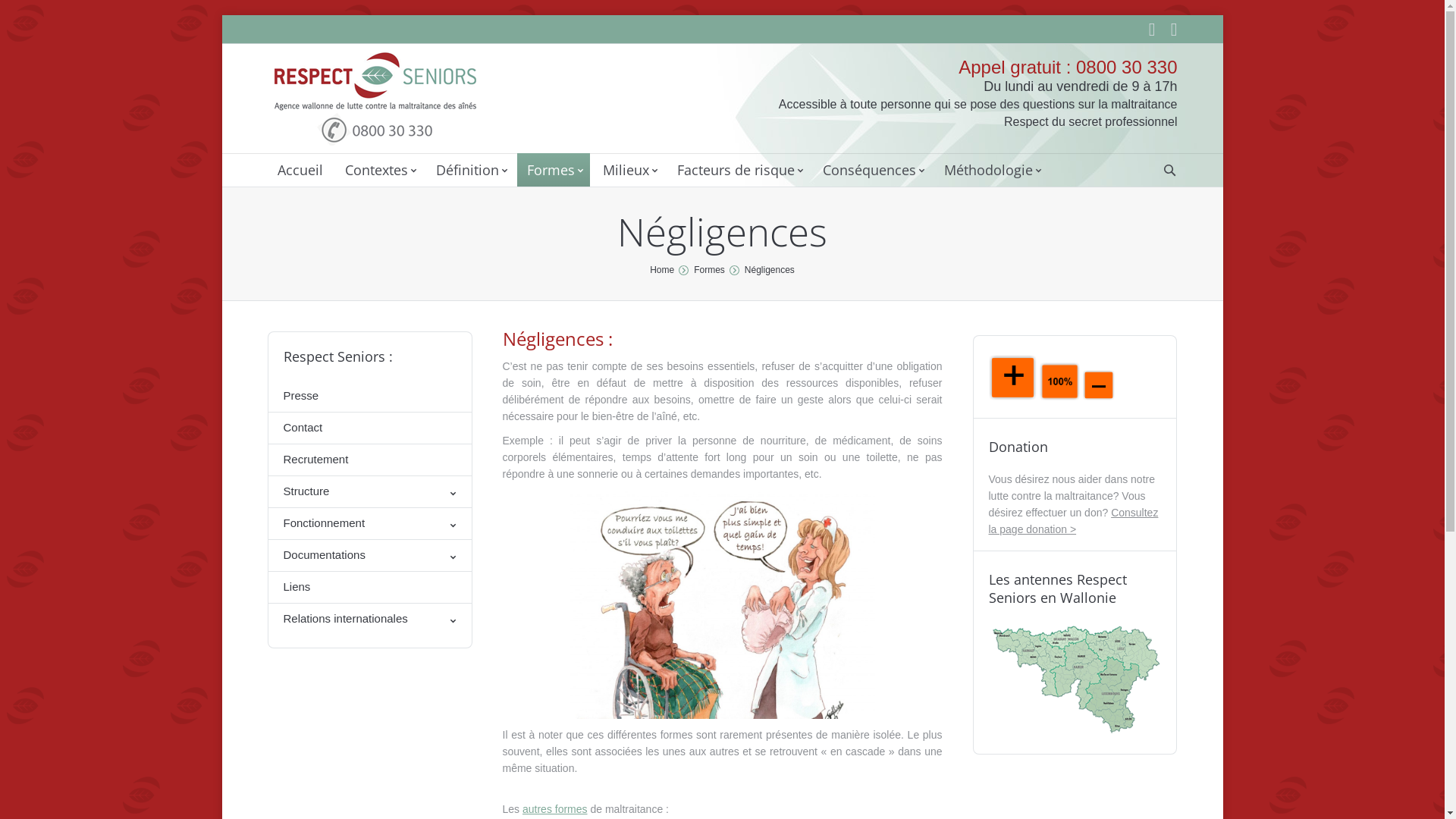 This screenshot has height=819, width=1456. I want to click on 'Contextes', so click(378, 169).